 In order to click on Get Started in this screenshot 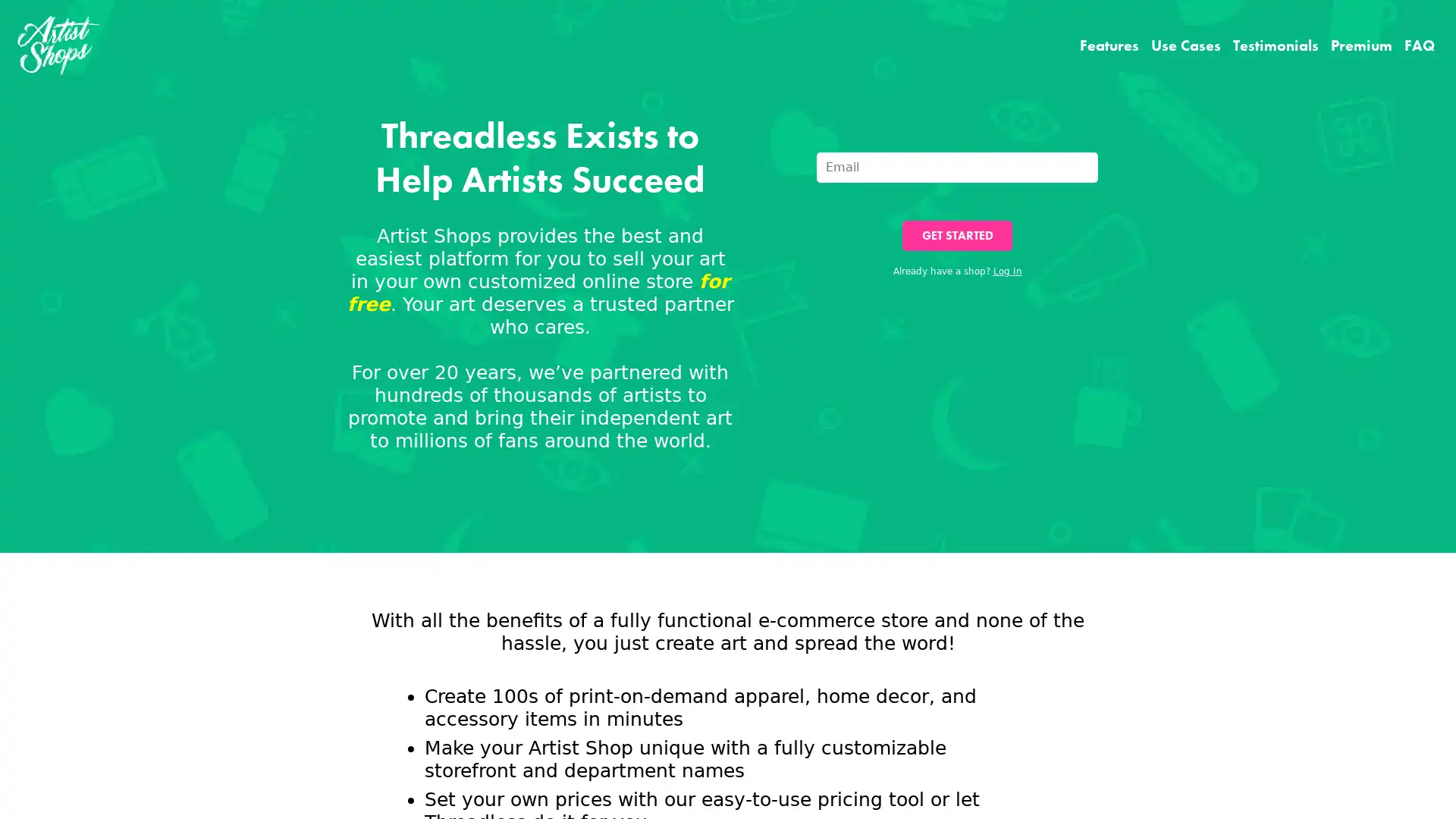, I will do `click(956, 236)`.